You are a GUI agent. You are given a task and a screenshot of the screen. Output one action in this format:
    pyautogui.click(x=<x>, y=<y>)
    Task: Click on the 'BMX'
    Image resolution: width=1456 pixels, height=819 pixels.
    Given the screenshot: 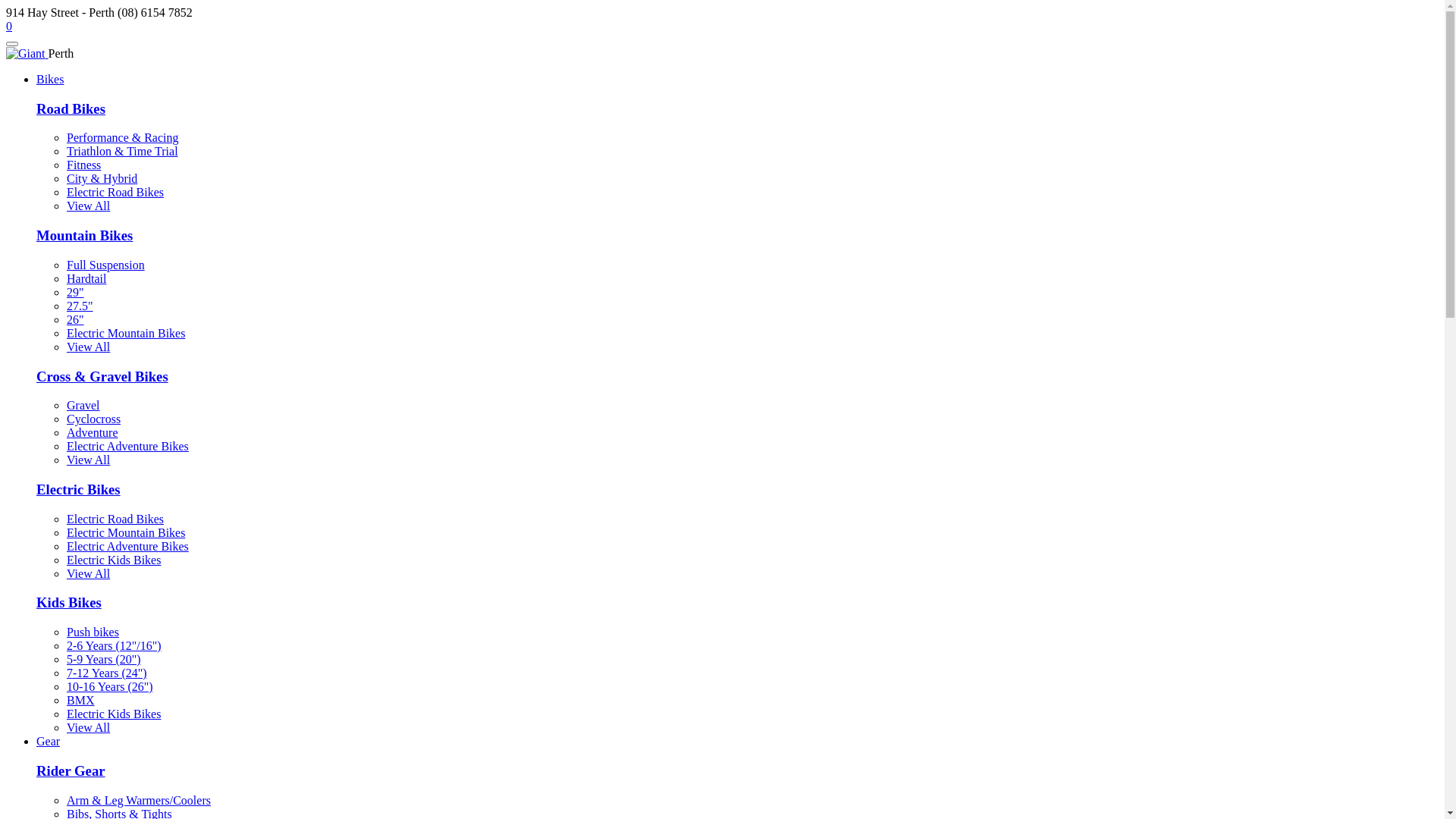 What is the action you would take?
    pyautogui.click(x=79, y=700)
    